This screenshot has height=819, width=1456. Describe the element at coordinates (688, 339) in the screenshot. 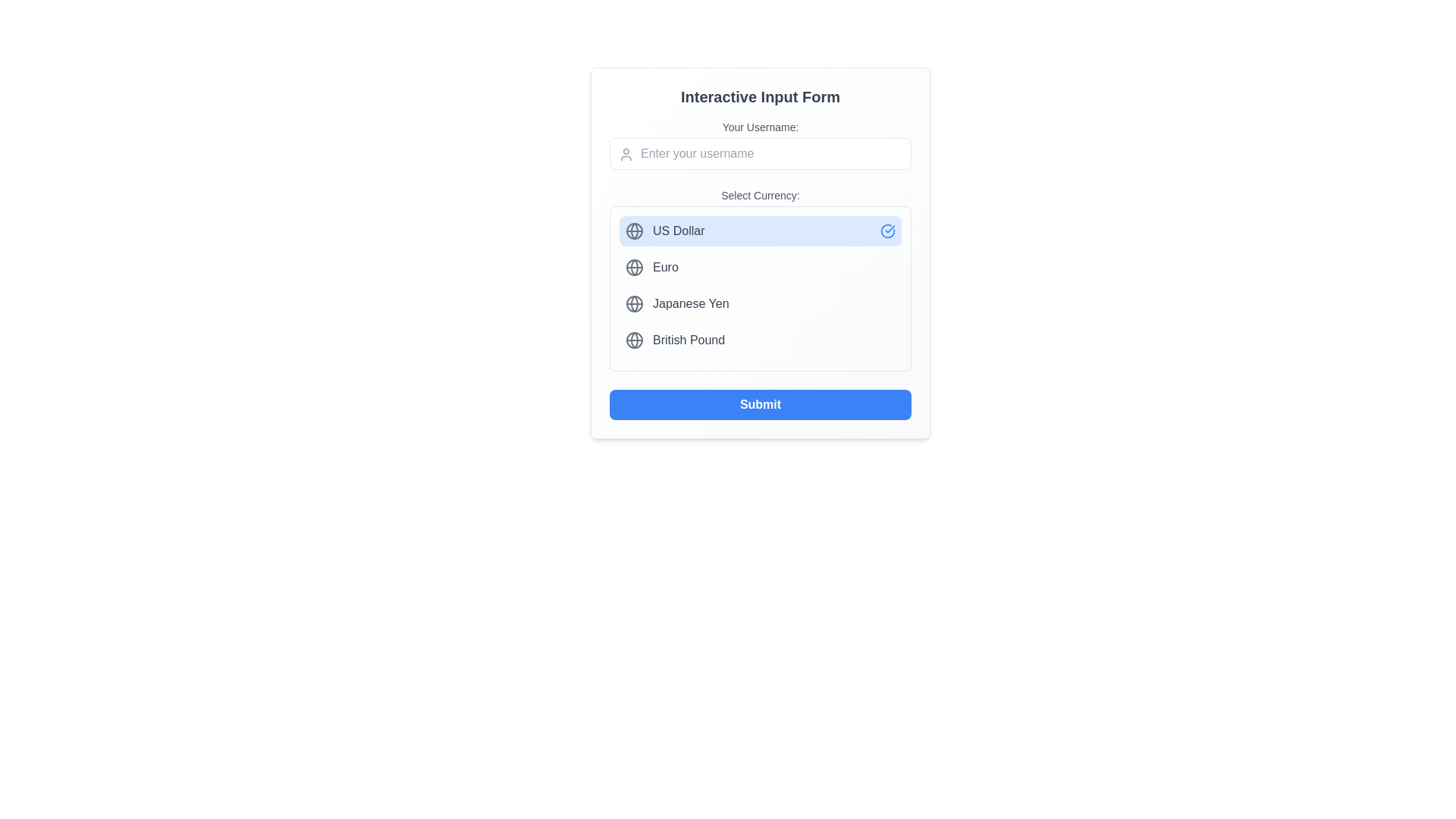

I see `the 'British Pound' currency selection label within the dropdown menu, which is the fourth option in the list` at that location.